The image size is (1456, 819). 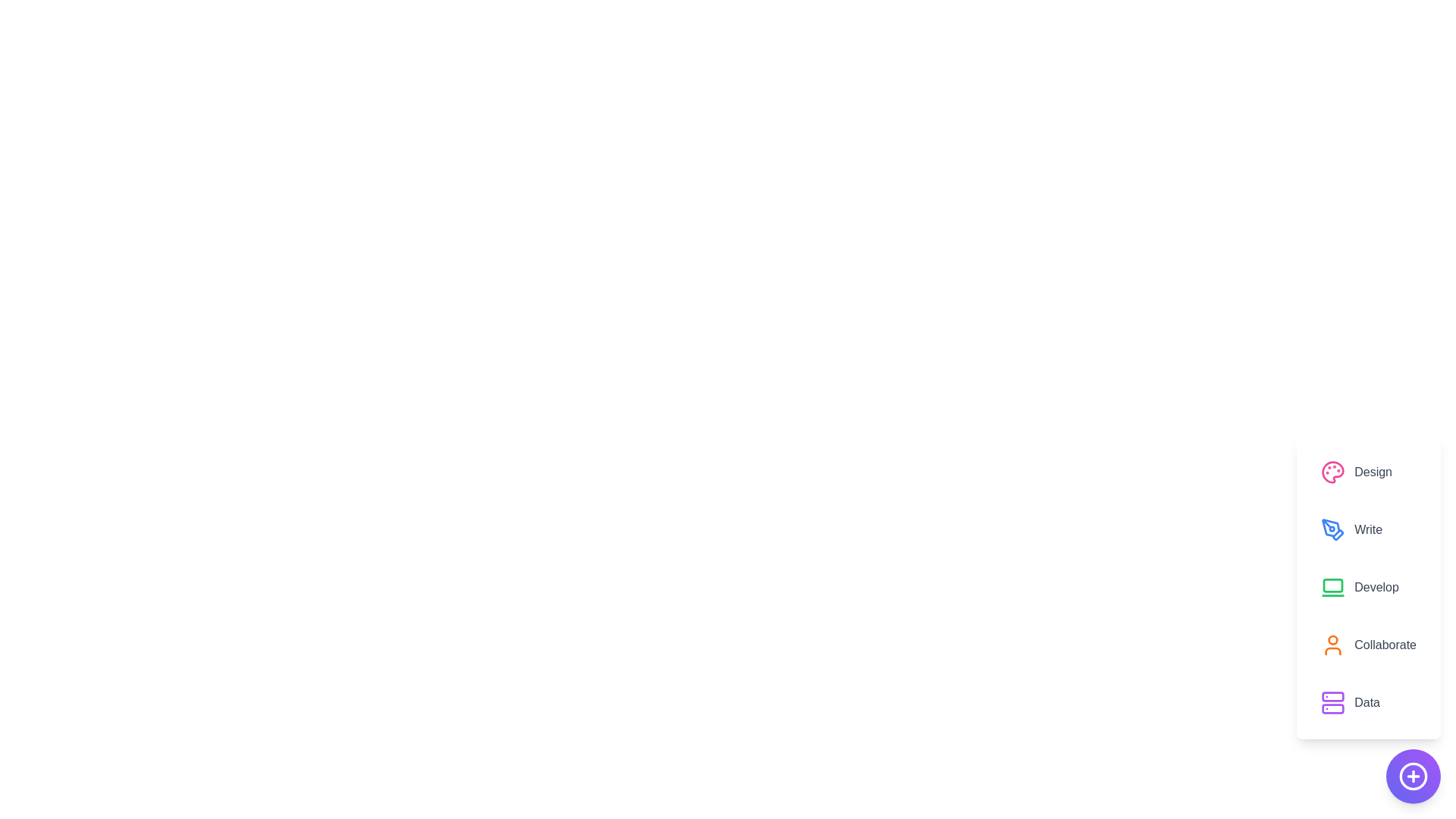 What do you see at coordinates (1368, 702) in the screenshot?
I see `the option Data from the displayed options` at bounding box center [1368, 702].